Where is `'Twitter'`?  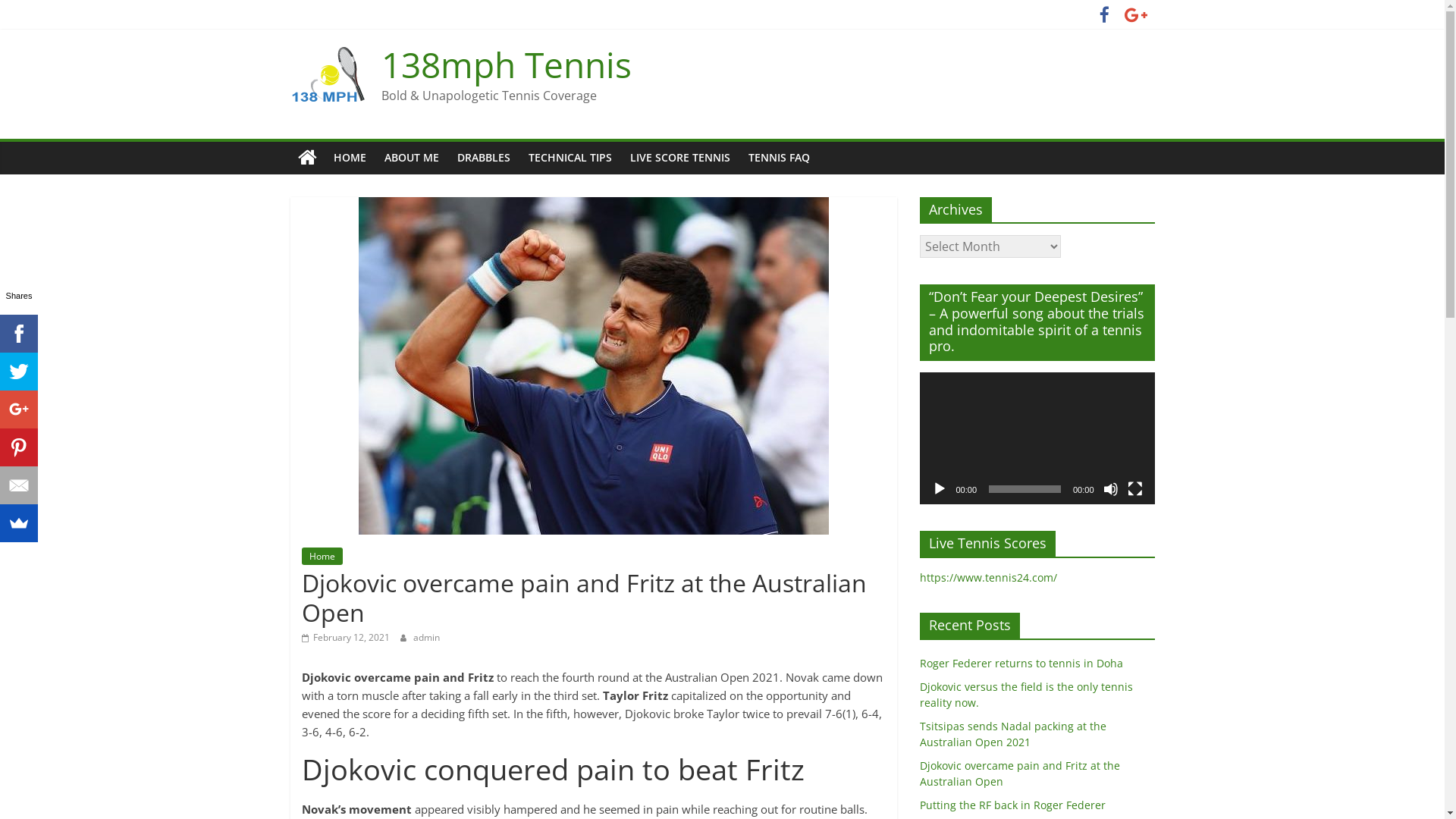
'Twitter' is located at coordinates (18, 371).